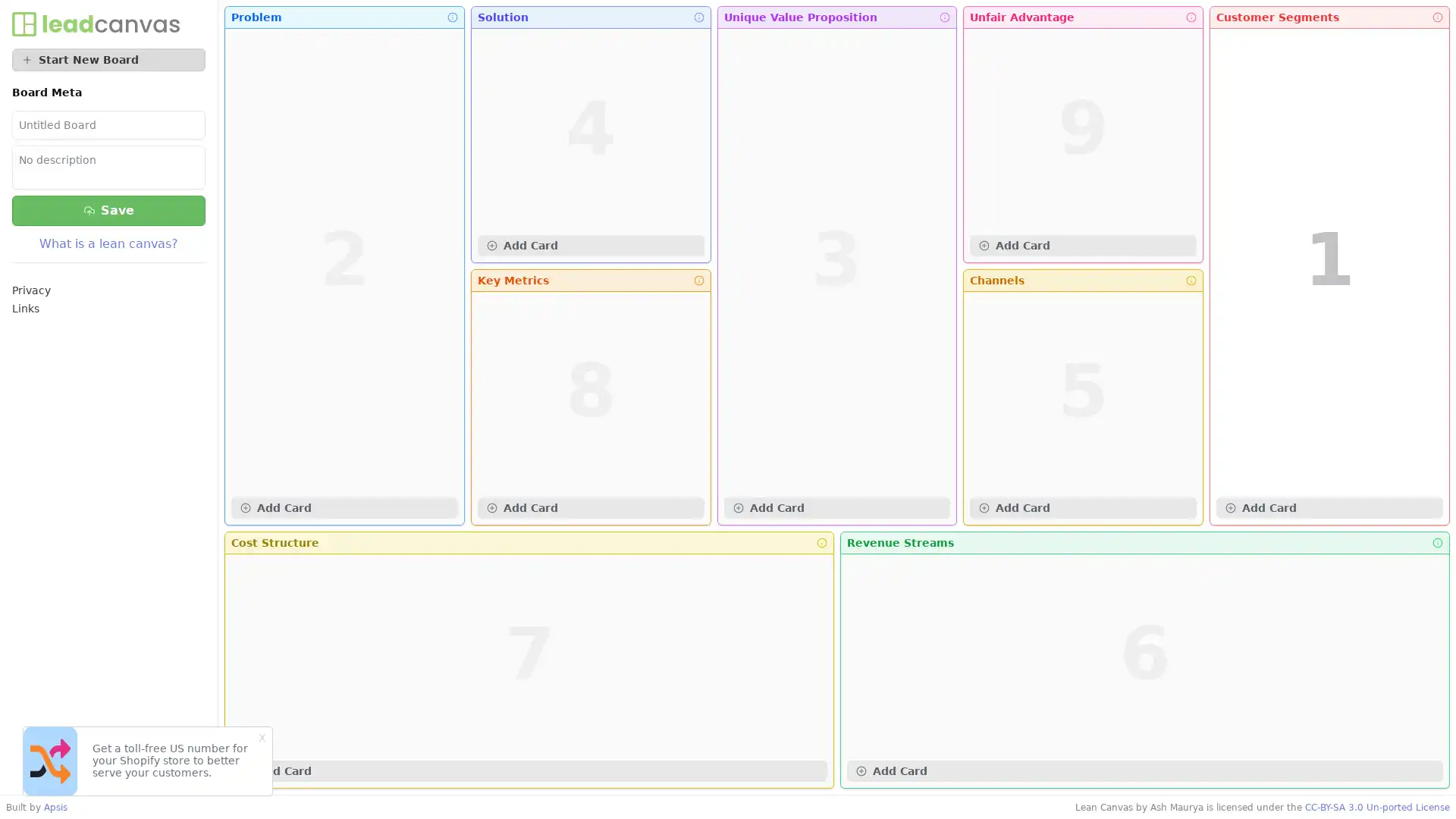 The height and width of the screenshot is (819, 1456). What do you see at coordinates (108, 210) in the screenshot?
I see `Save` at bounding box center [108, 210].